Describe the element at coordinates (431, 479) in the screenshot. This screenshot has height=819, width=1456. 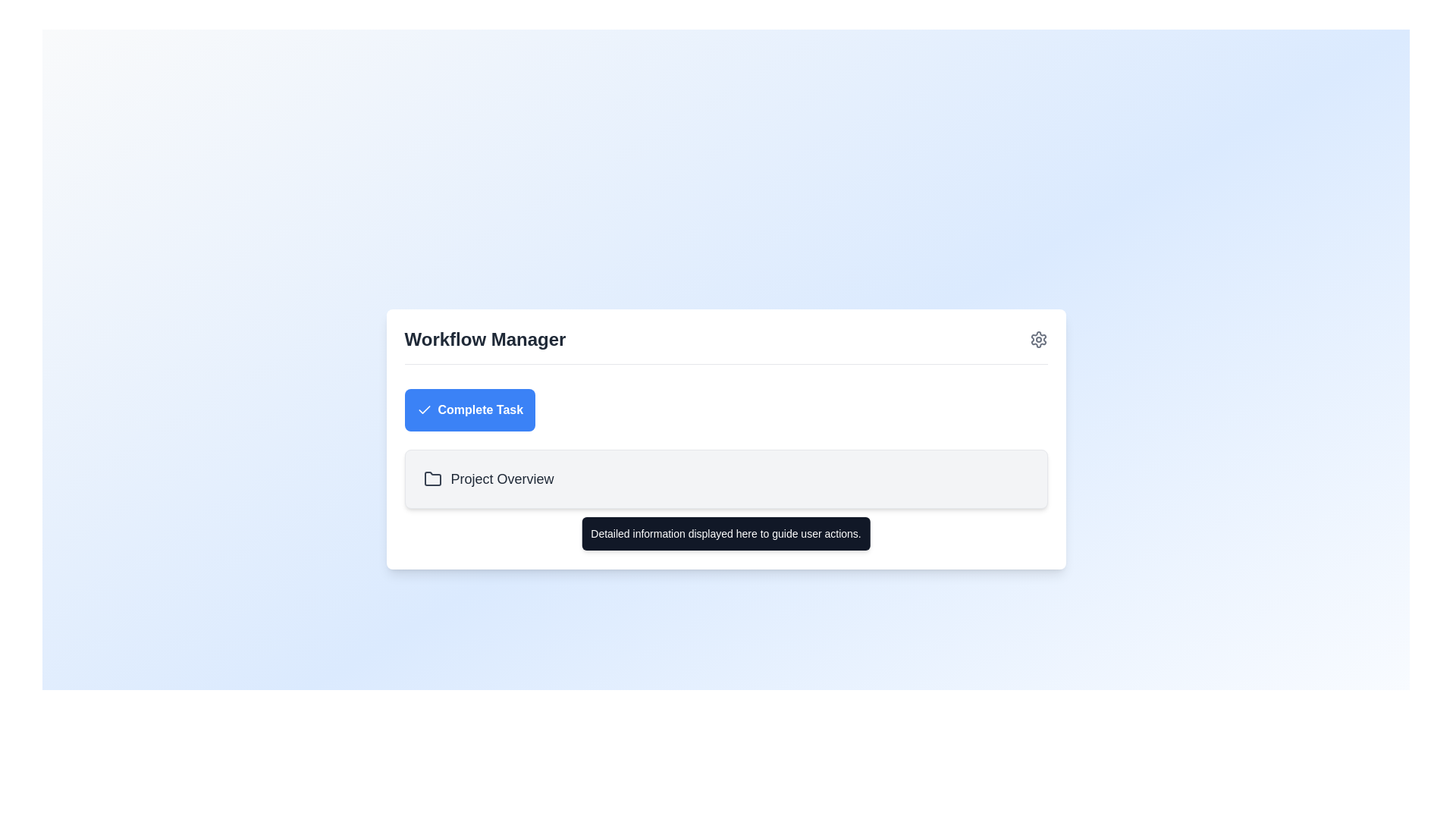
I see `the folder-shaped icon with a dark gray outline that is positioned before the text 'Project Overview'` at that location.